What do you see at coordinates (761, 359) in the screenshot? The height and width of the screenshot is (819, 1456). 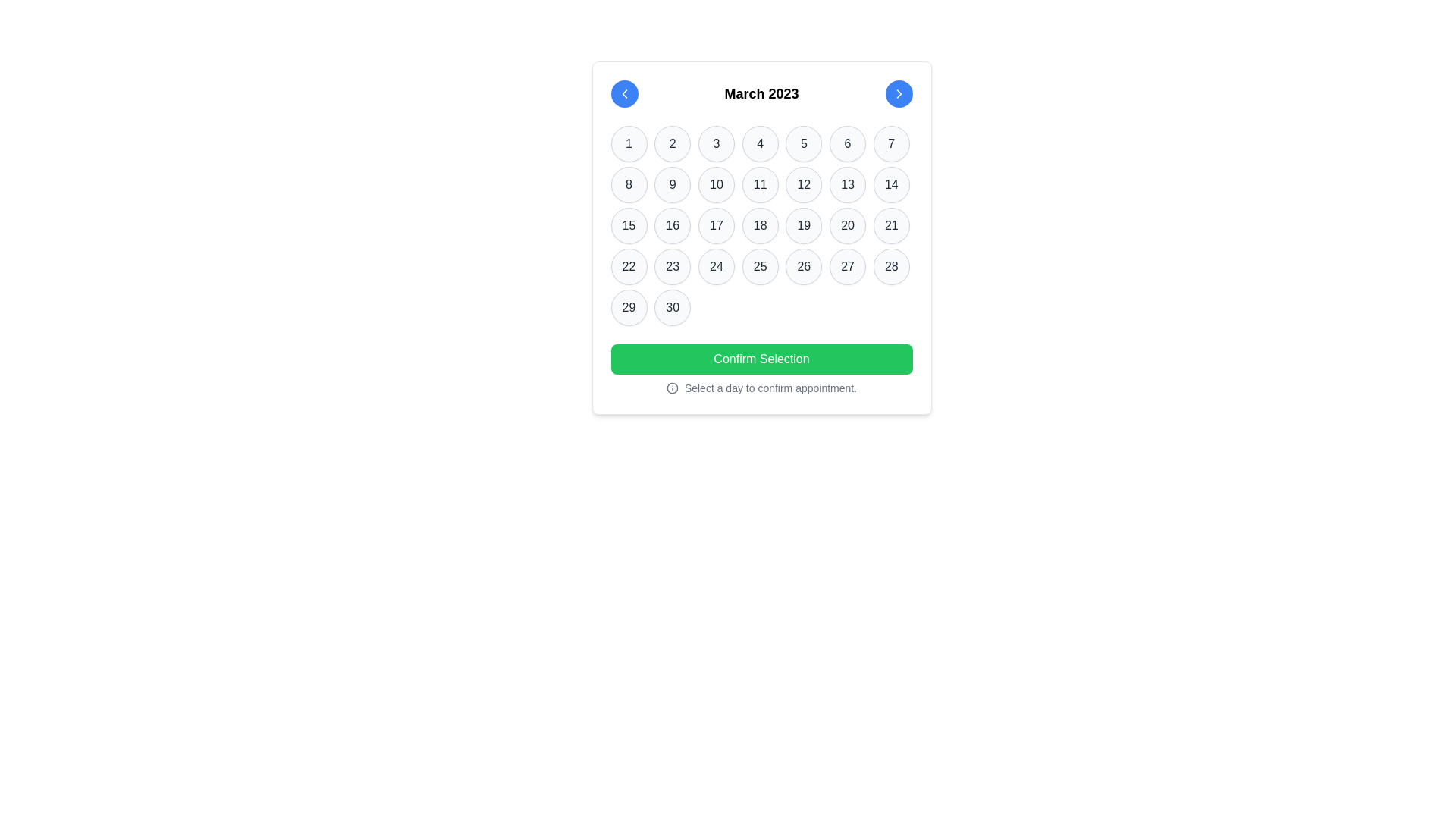 I see `the green 'Confirm Selection' button located at the bottom center of the calendar panel to confirm the selection` at bounding box center [761, 359].